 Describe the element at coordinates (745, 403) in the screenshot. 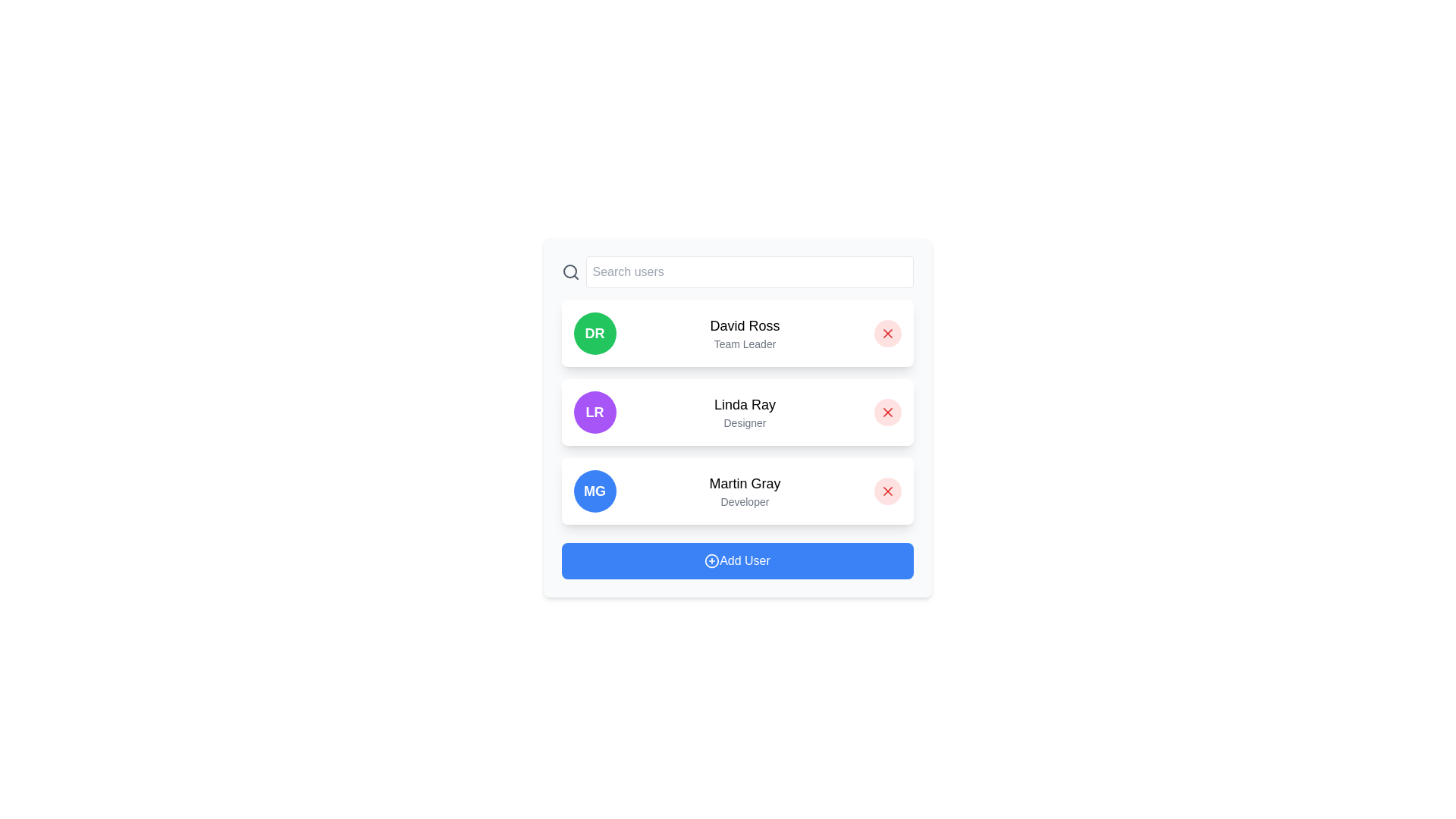

I see `the user name label 'Linda Ray' in the list of user profiles, which is the second entry below 'David Ross'` at that location.